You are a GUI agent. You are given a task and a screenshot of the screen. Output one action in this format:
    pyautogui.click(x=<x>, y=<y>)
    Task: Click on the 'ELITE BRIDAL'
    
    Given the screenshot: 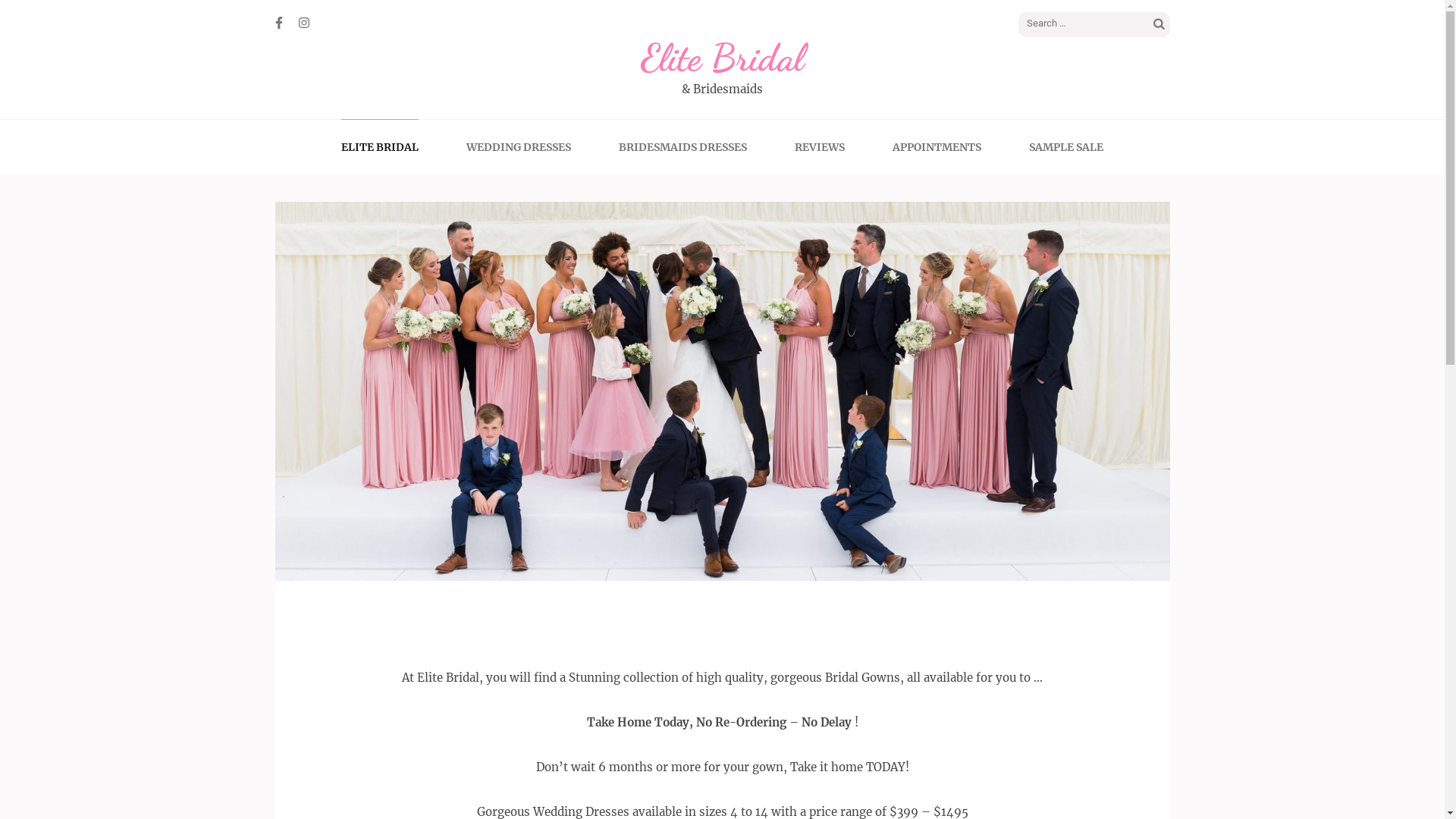 What is the action you would take?
    pyautogui.click(x=379, y=146)
    